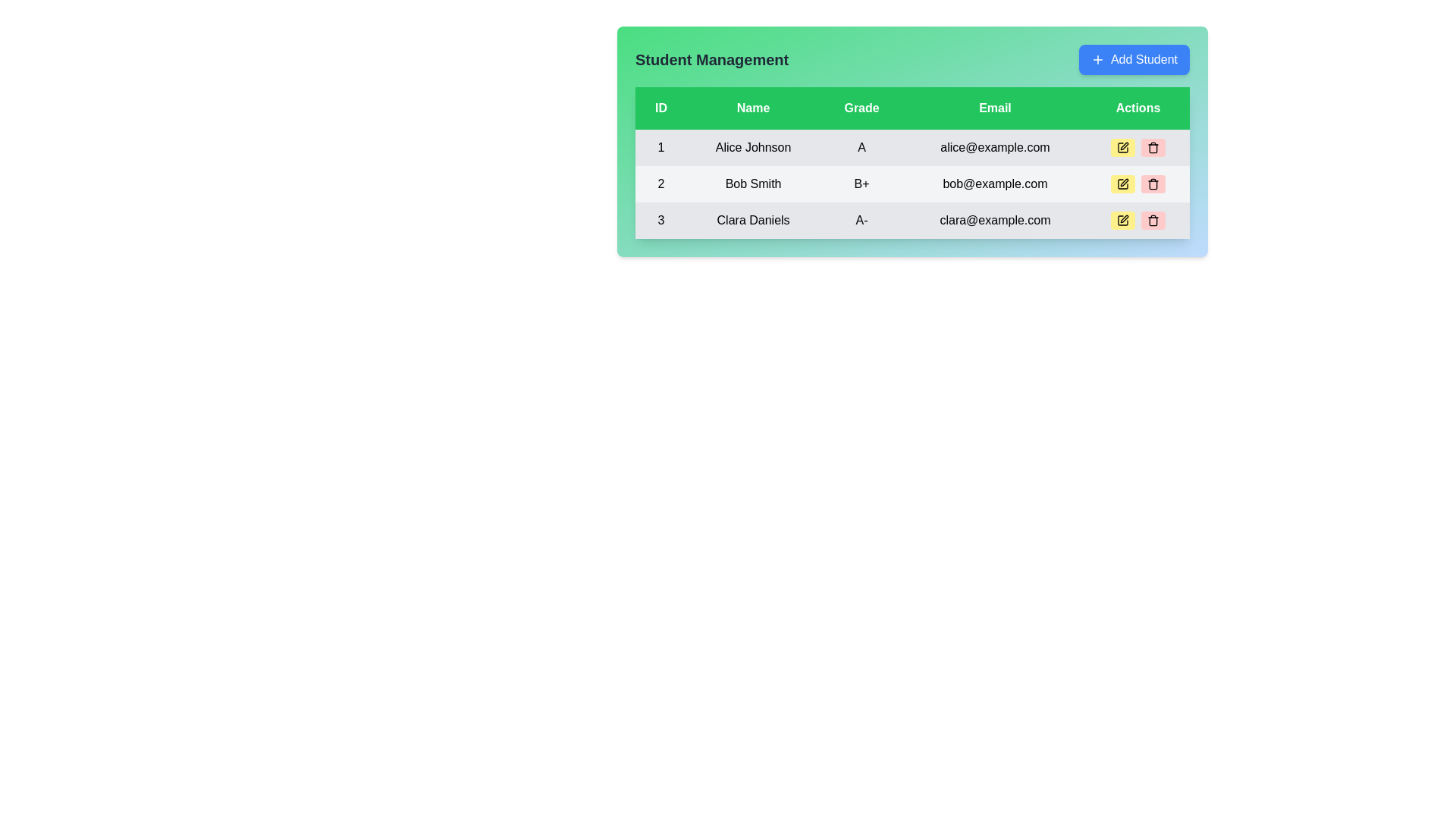 This screenshot has height=819, width=1456. Describe the element at coordinates (661, 220) in the screenshot. I see `the centered number '3' in the first column of the third row of the table related to 'Clara Daniels'` at that location.